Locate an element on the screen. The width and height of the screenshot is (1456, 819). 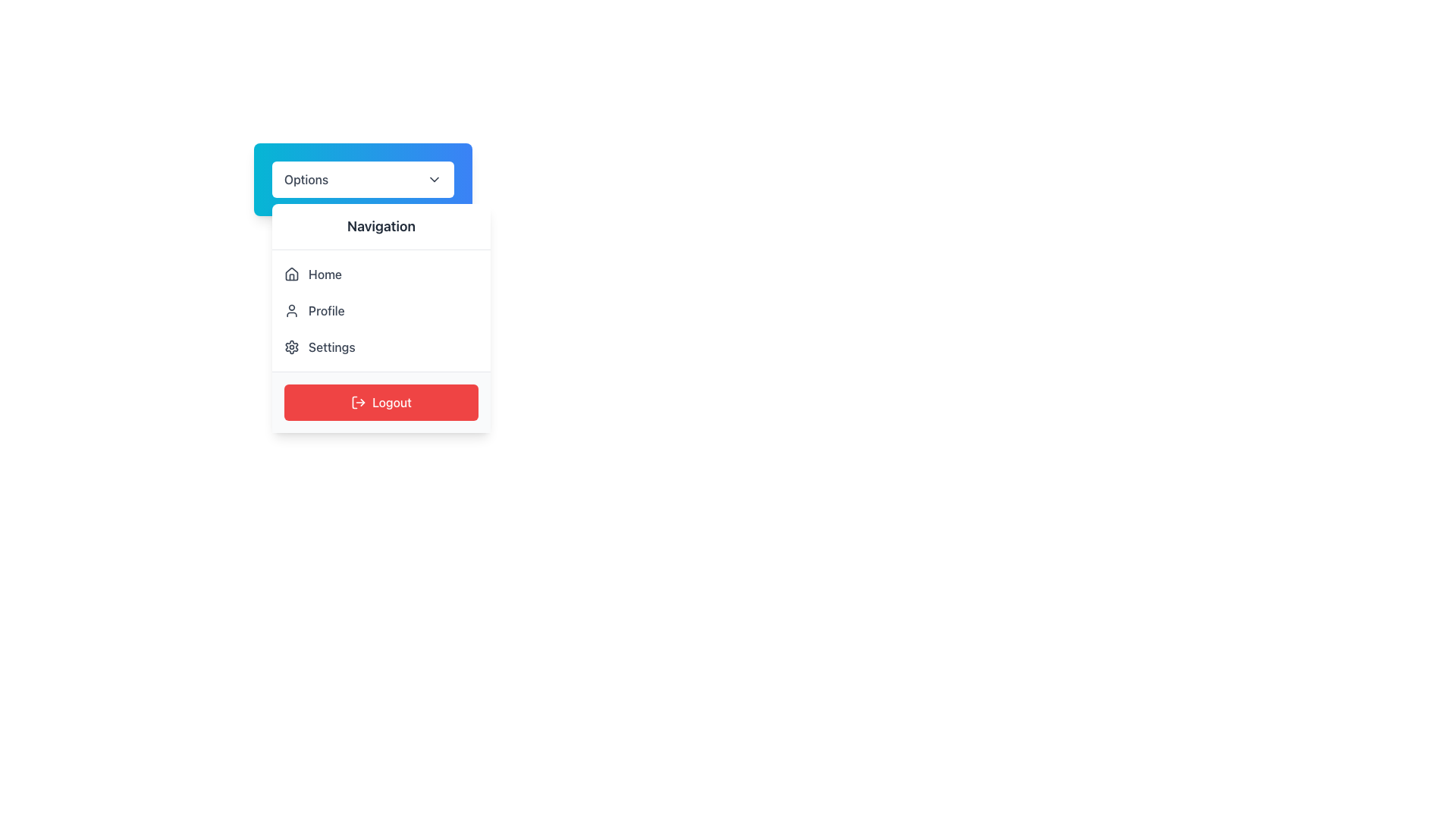
the icon positioned to the left of the 'Logout' red button is located at coordinates (358, 402).